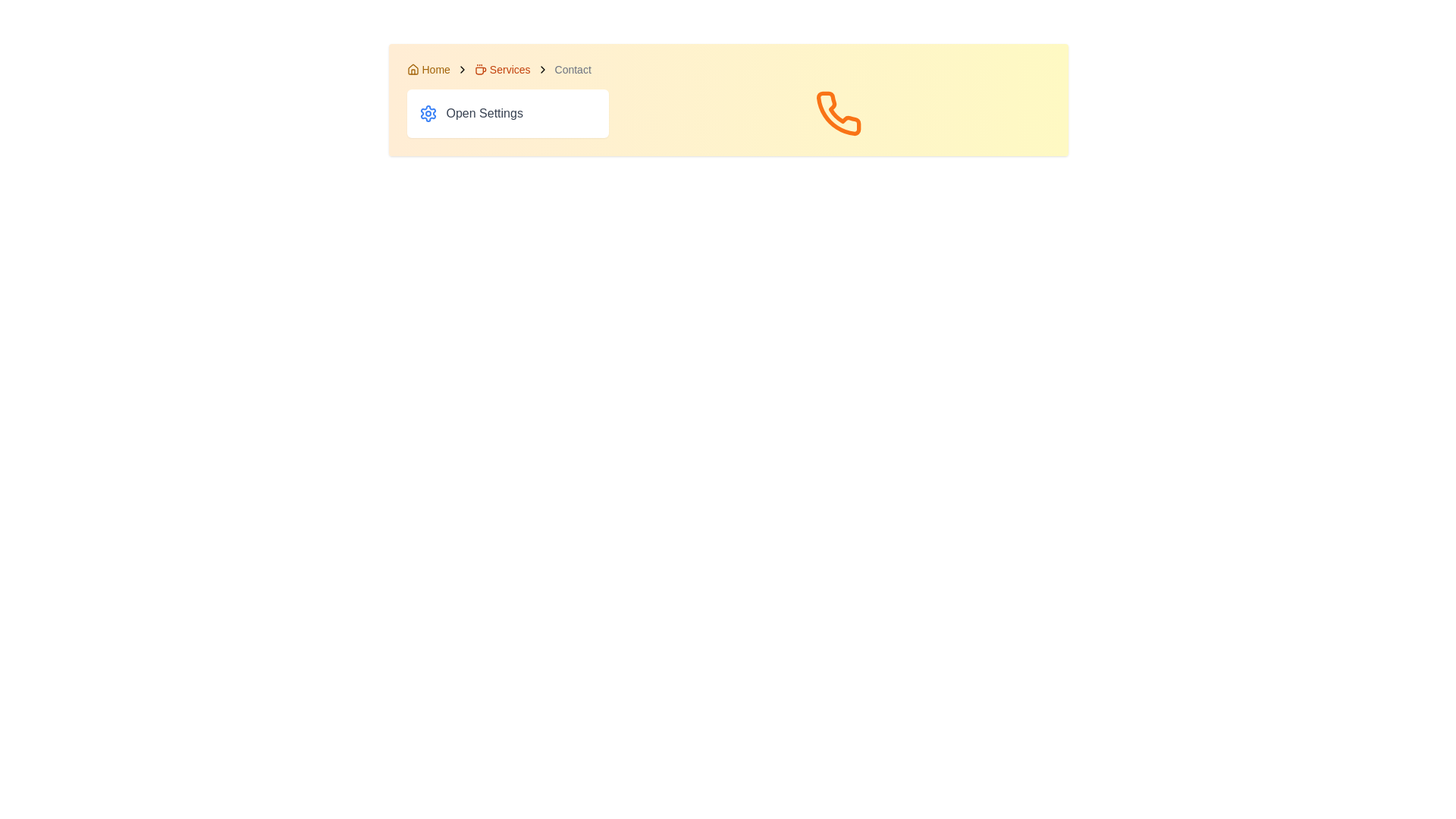 The width and height of the screenshot is (1456, 819). I want to click on the third item in the breadcrumb navigation trail, which indicates the current page location within the application hierarchy, so click(572, 70).